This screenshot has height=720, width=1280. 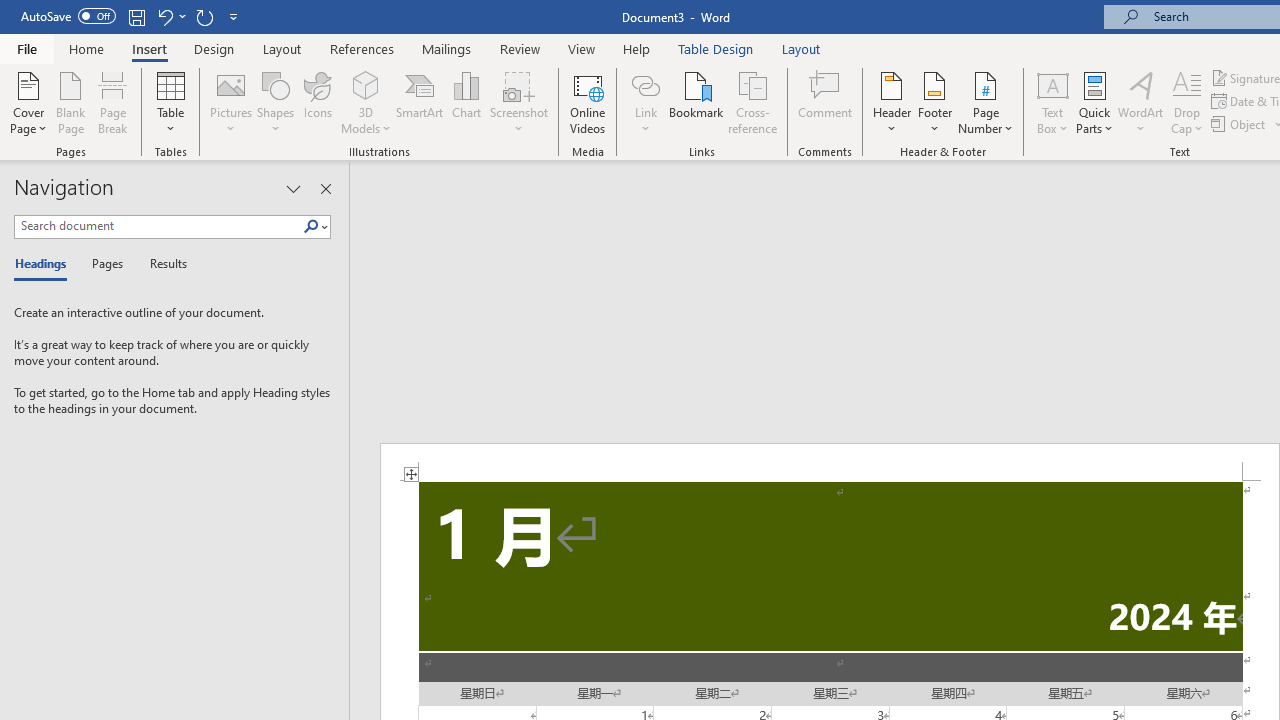 What do you see at coordinates (68, 16) in the screenshot?
I see `'AutoSave'` at bounding box center [68, 16].